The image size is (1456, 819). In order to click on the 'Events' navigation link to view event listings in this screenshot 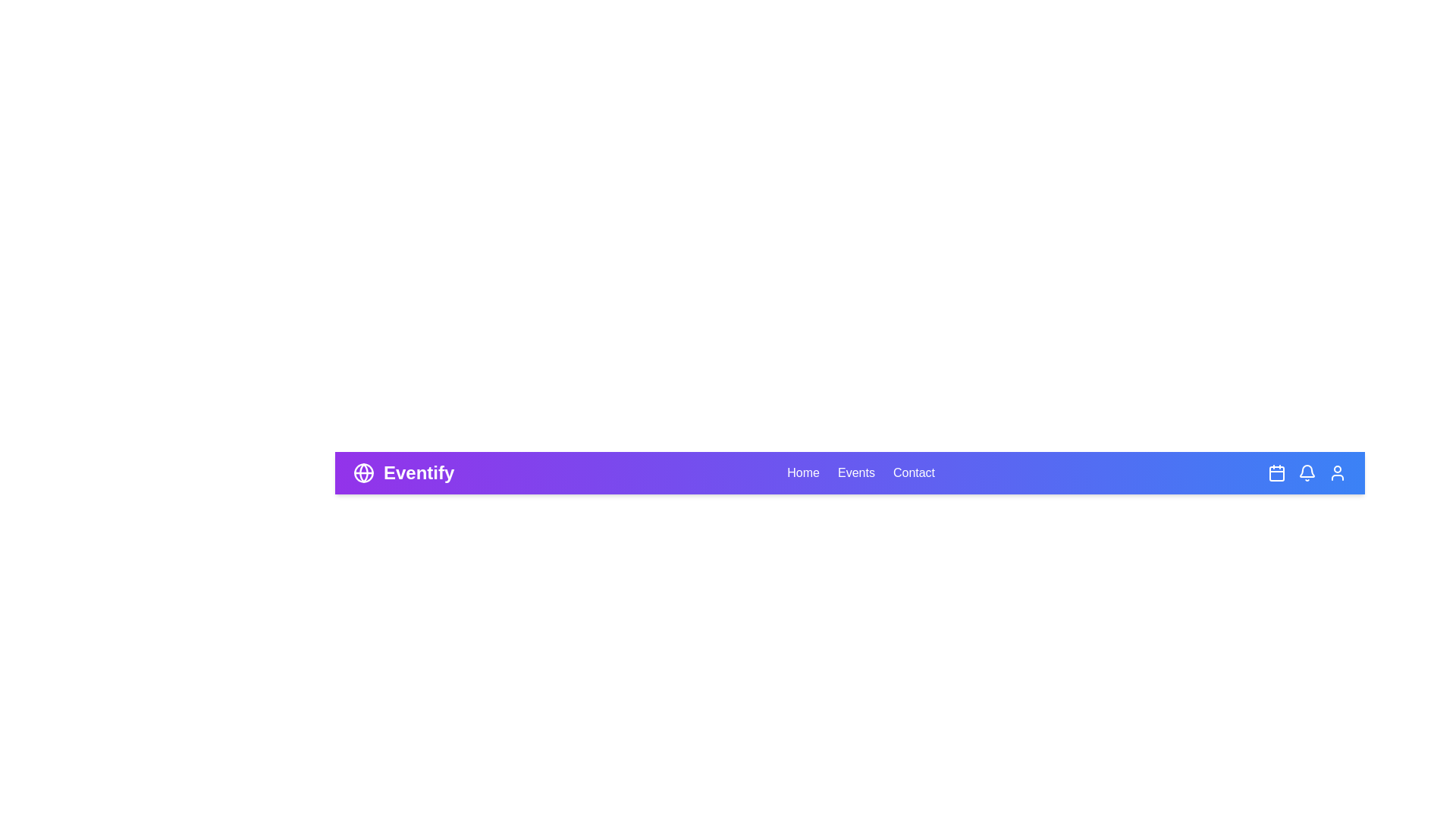, I will do `click(856, 472)`.